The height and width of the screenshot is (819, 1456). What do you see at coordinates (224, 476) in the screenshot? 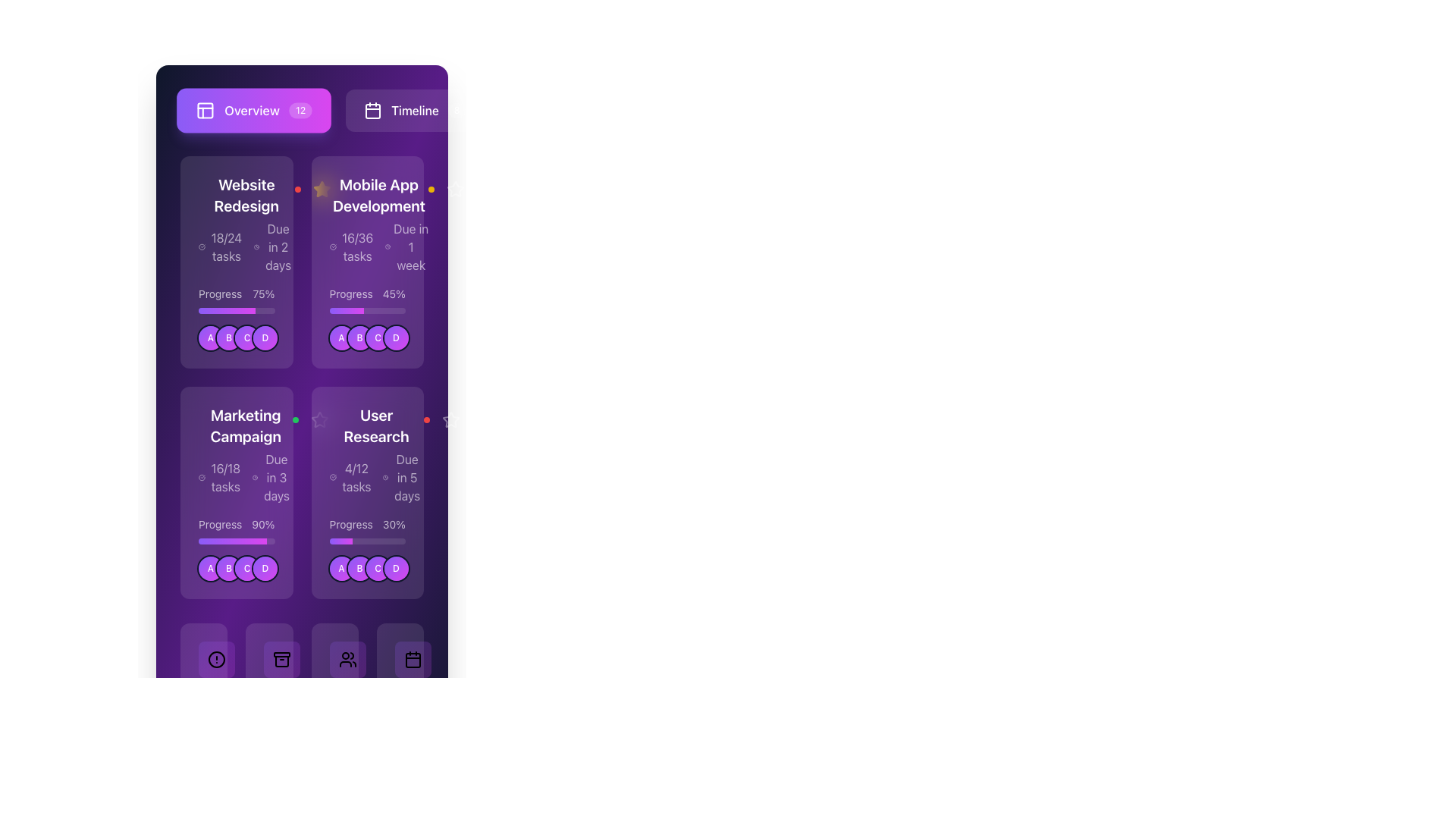
I see `text displayed as '16/18 tasks' in a bold, white font on a purple background, located in the center-left area of the 'Marketing Campaign' card` at bounding box center [224, 476].